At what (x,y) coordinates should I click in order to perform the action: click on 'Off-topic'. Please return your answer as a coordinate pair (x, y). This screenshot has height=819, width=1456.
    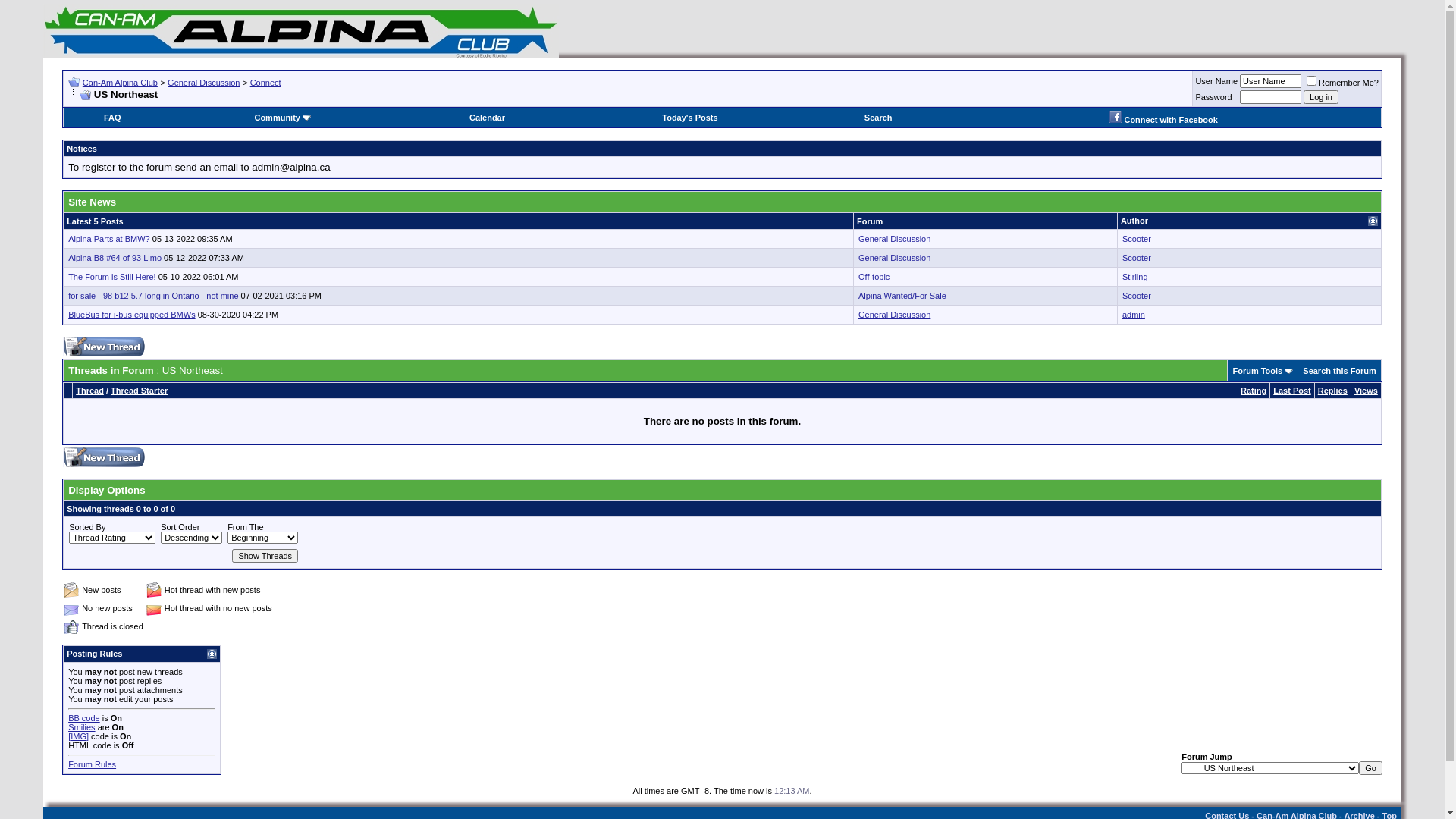
    Looking at the image, I should click on (874, 277).